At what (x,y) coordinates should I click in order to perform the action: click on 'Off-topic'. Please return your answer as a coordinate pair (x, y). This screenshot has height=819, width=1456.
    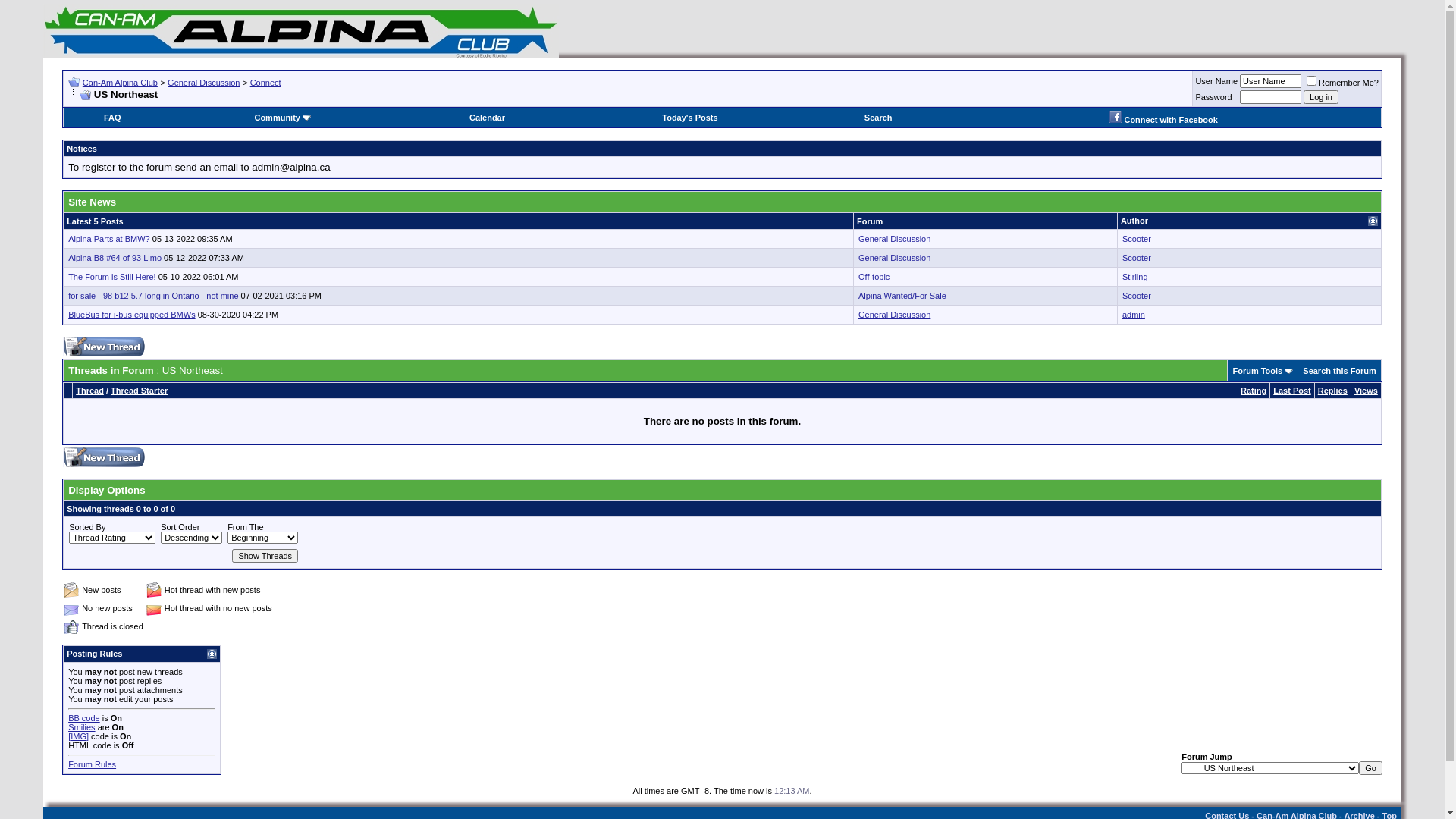
    Looking at the image, I should click on (874, 277).